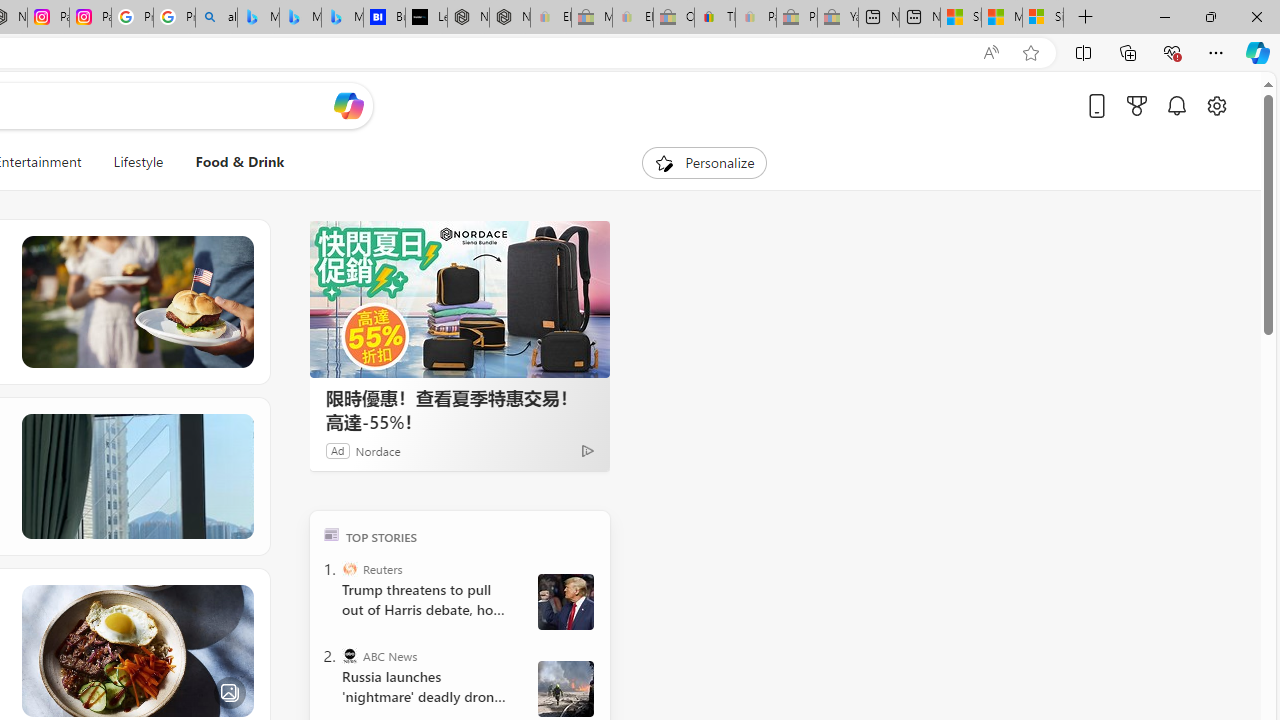 Image resolution: width=1280 pixels, height=720 pixels. I want to click on 'Lifestyle', so click(137, 162).